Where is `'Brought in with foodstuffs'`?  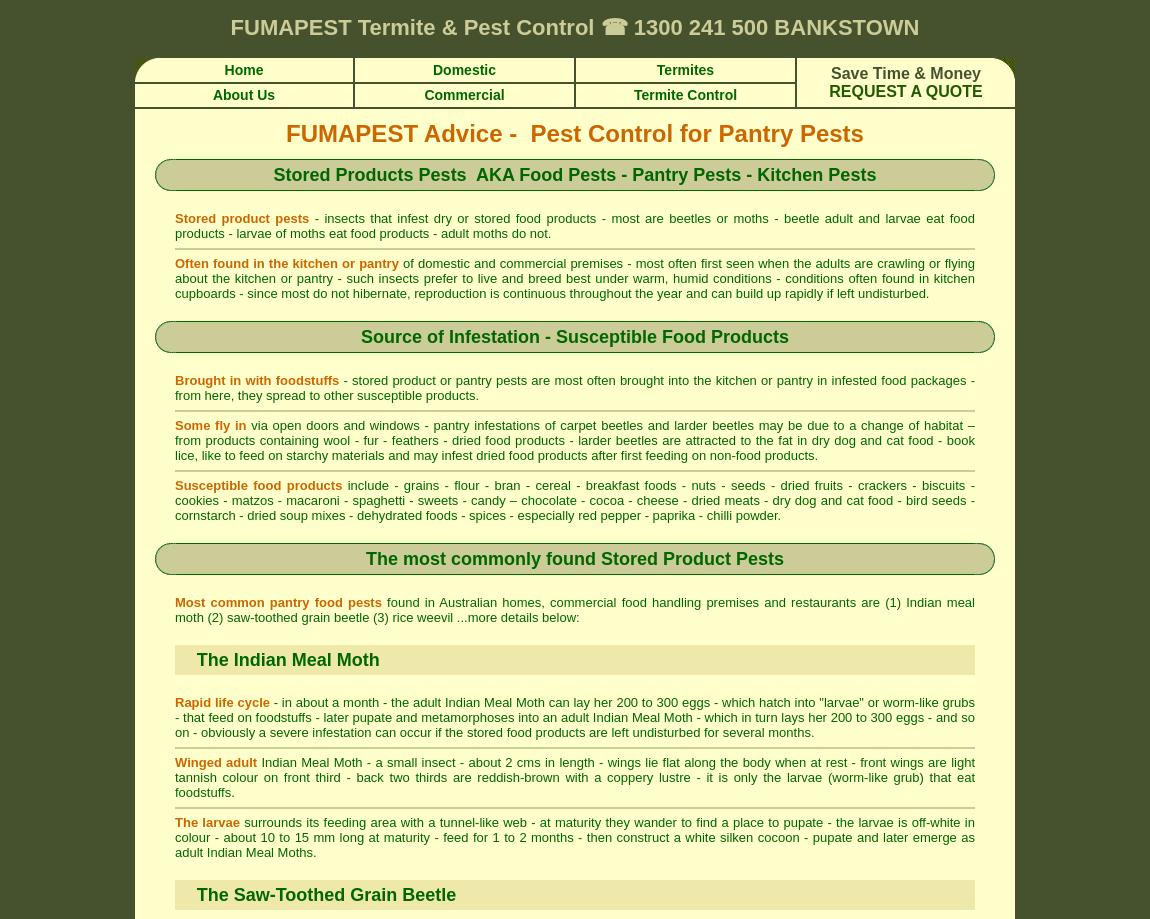
'Brought in with foodstuffs' is located at coordinates (256, 380).